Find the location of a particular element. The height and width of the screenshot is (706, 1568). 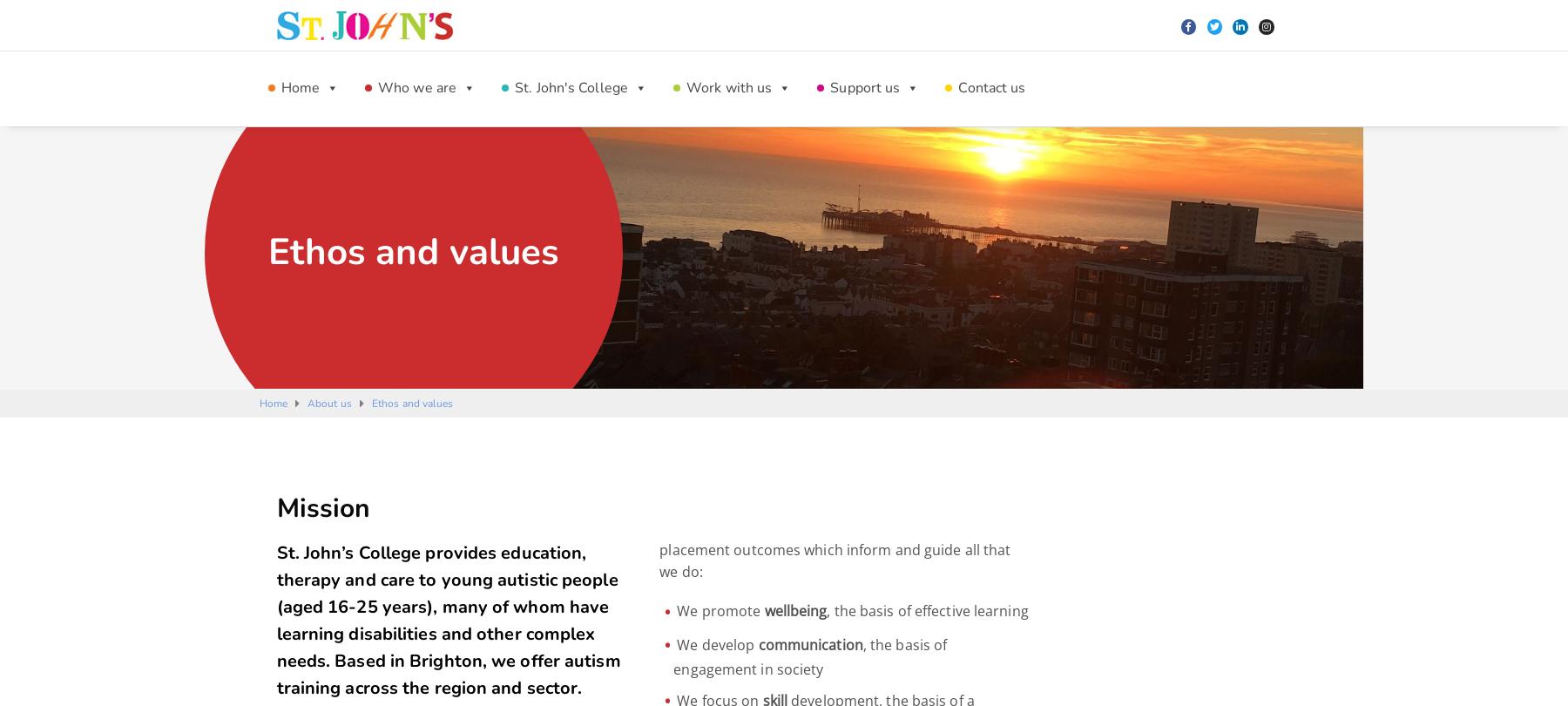

'Work ready' is located at coordinates (538, 236).